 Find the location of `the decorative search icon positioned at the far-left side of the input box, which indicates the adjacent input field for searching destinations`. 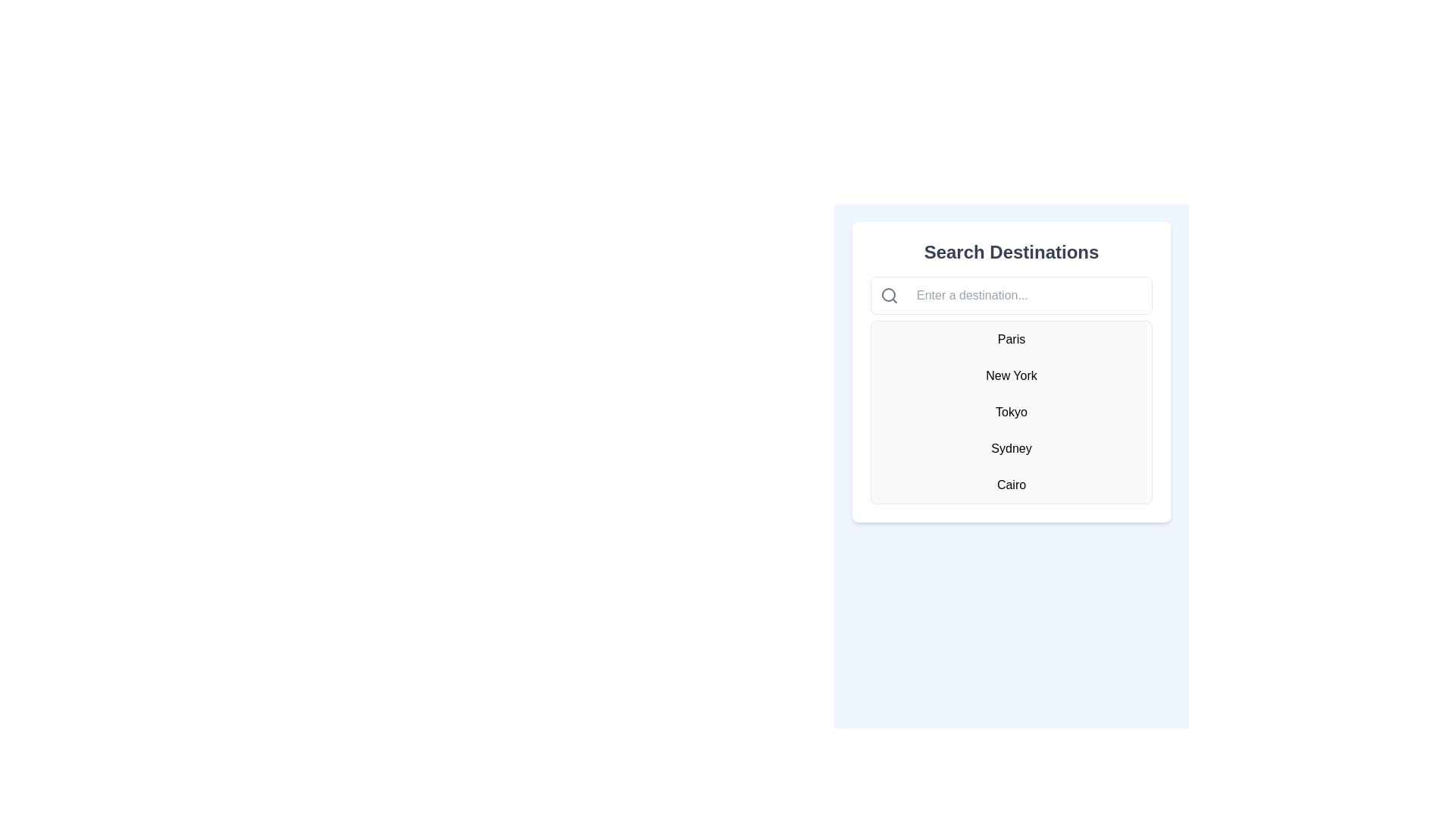

the decorative search icon positioned at the far-left side of the input box, which indicates the adjacent input field for searching destinations is located at coordinates (889, 295).